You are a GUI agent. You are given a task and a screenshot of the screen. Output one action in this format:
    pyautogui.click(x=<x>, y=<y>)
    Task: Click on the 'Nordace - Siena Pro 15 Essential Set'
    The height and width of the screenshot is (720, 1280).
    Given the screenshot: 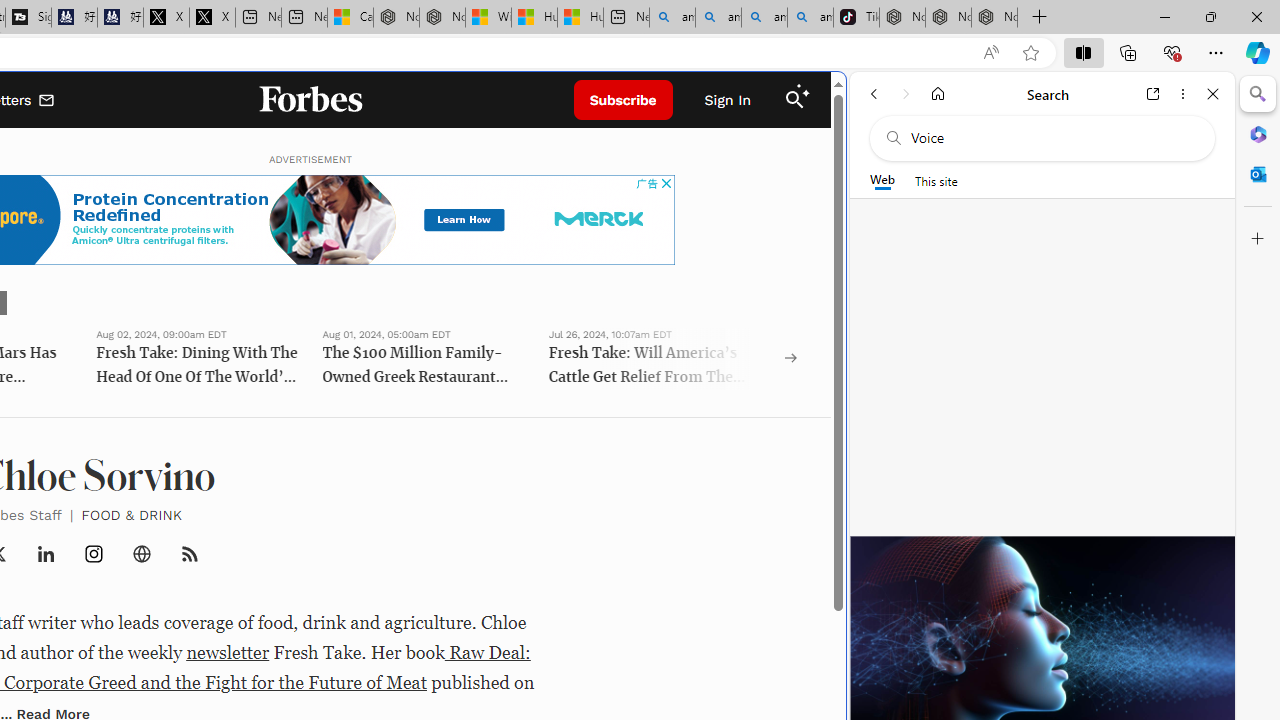 What is the action you would take?
    pyautogui.click(x=994, y=17)
    